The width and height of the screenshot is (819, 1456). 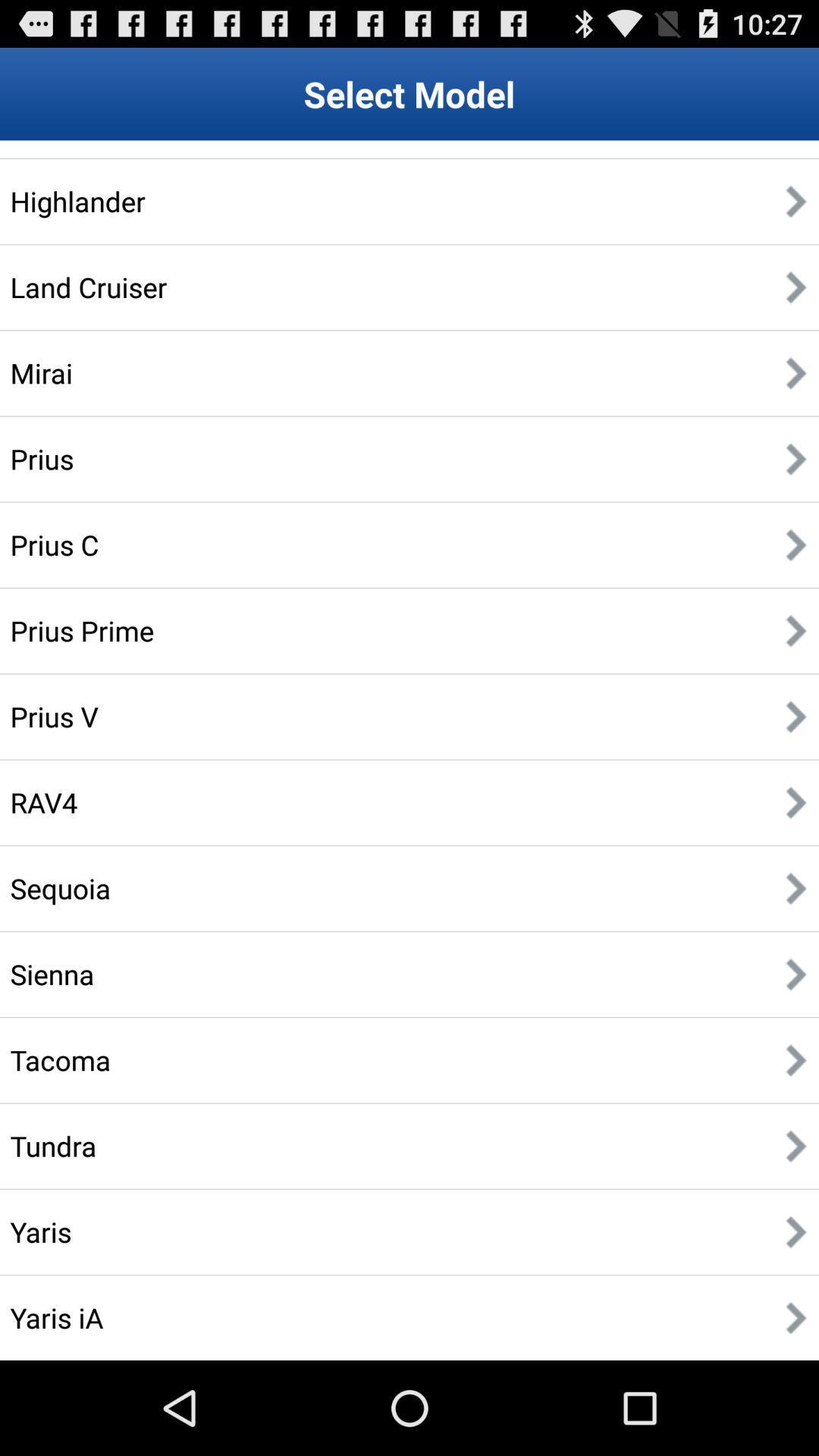 What do you see at coordinates (795, 373) in the screenshot?
I see `the icon right to mirai` at bounding box center [795, 373].